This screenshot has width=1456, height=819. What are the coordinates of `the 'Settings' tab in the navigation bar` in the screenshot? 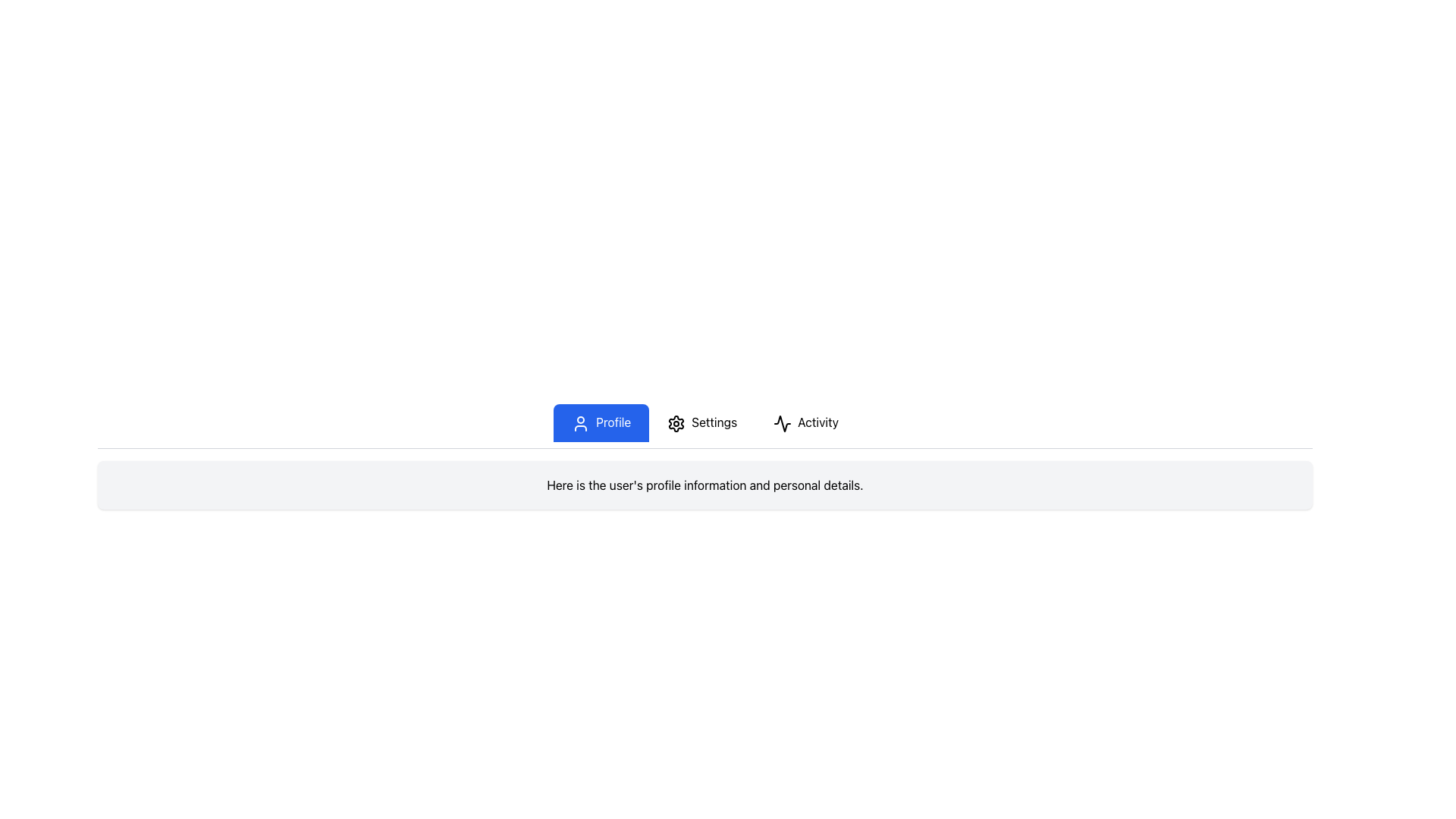 It's located at (704, 426).